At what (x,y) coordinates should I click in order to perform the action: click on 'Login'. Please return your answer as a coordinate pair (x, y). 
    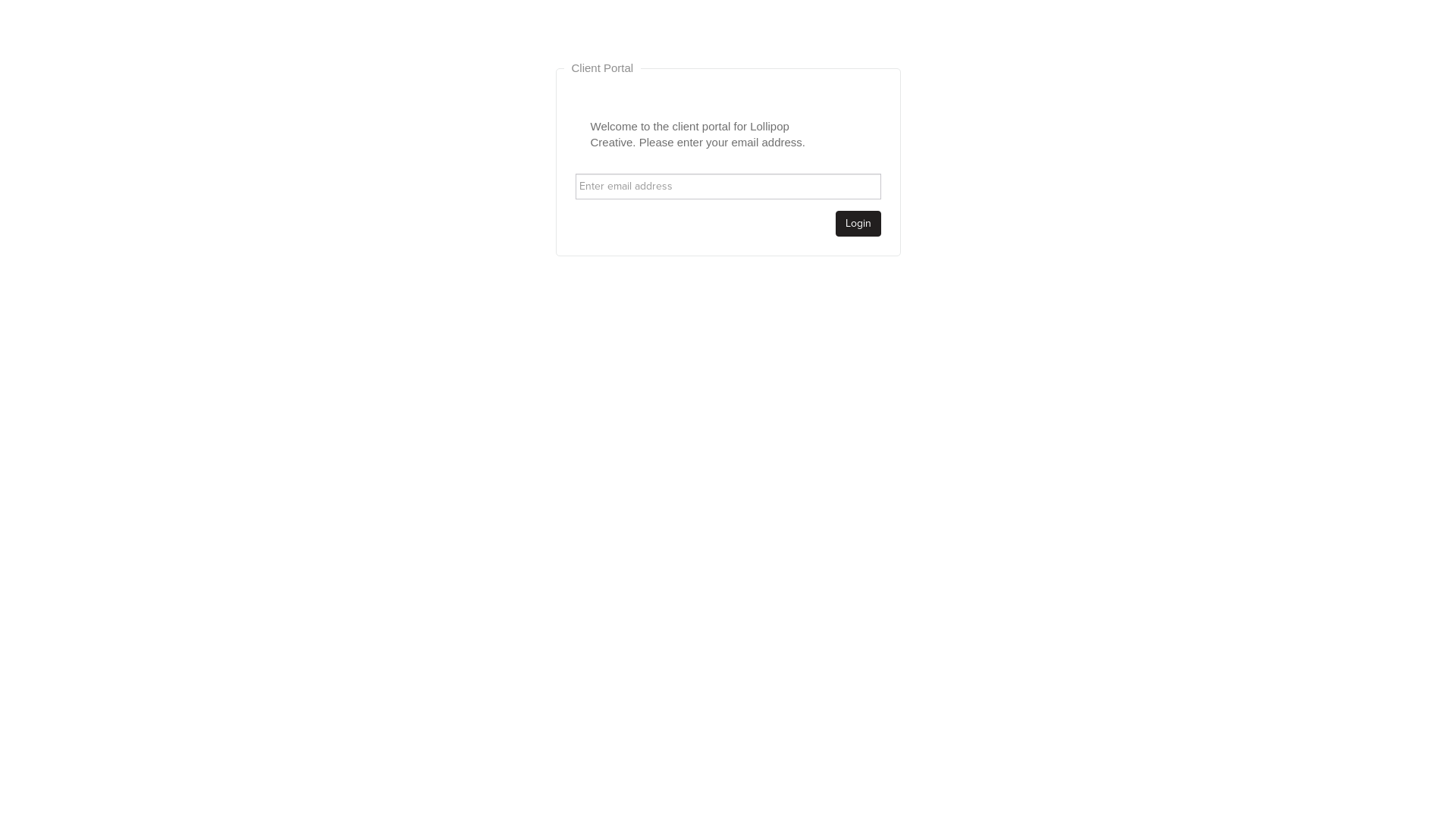
    Looking at the image, I should click on (858, 223).